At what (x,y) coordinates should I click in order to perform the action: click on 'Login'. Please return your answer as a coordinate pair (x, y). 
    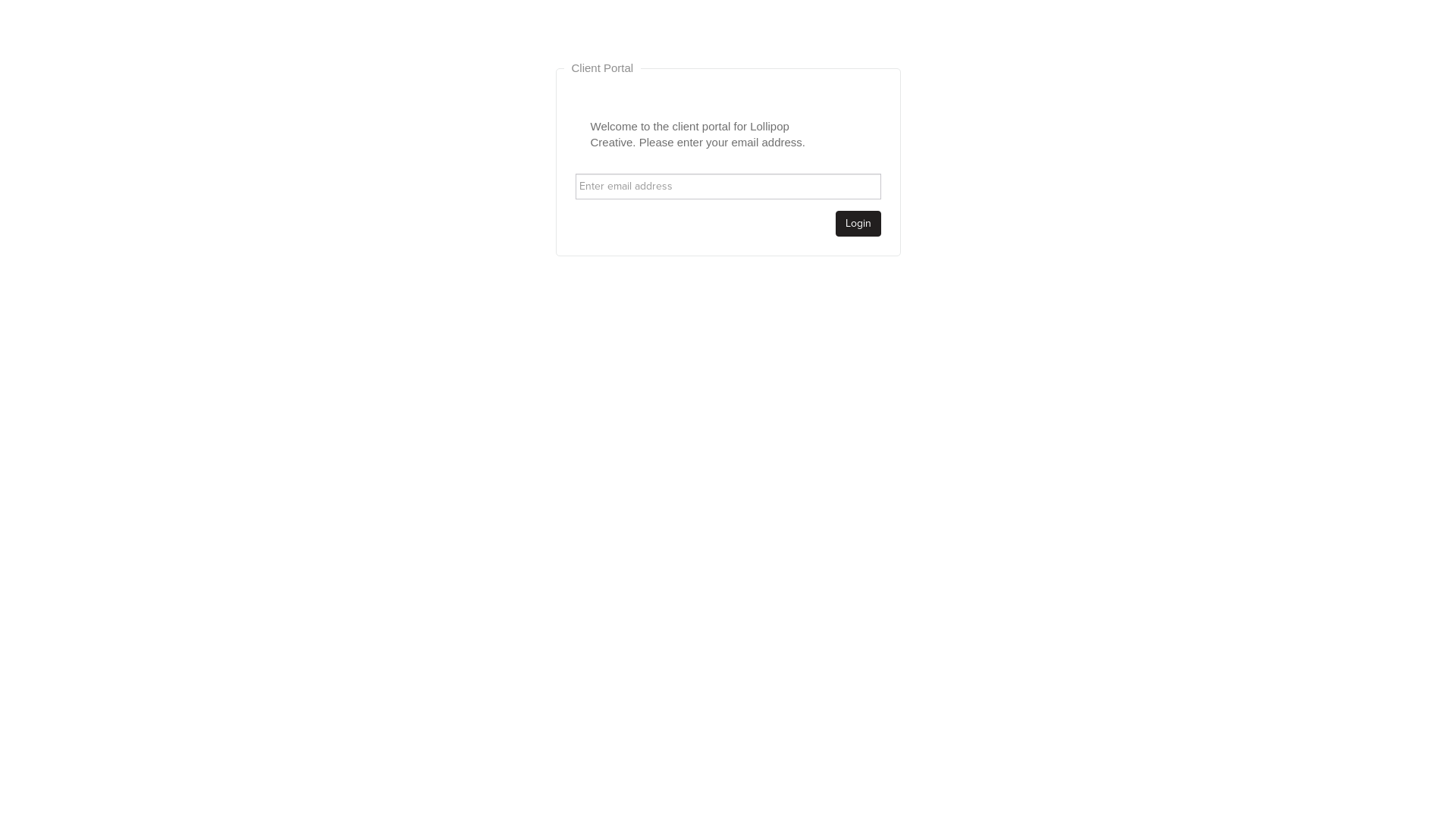
    Looking at the image, I should click on (858, 223).